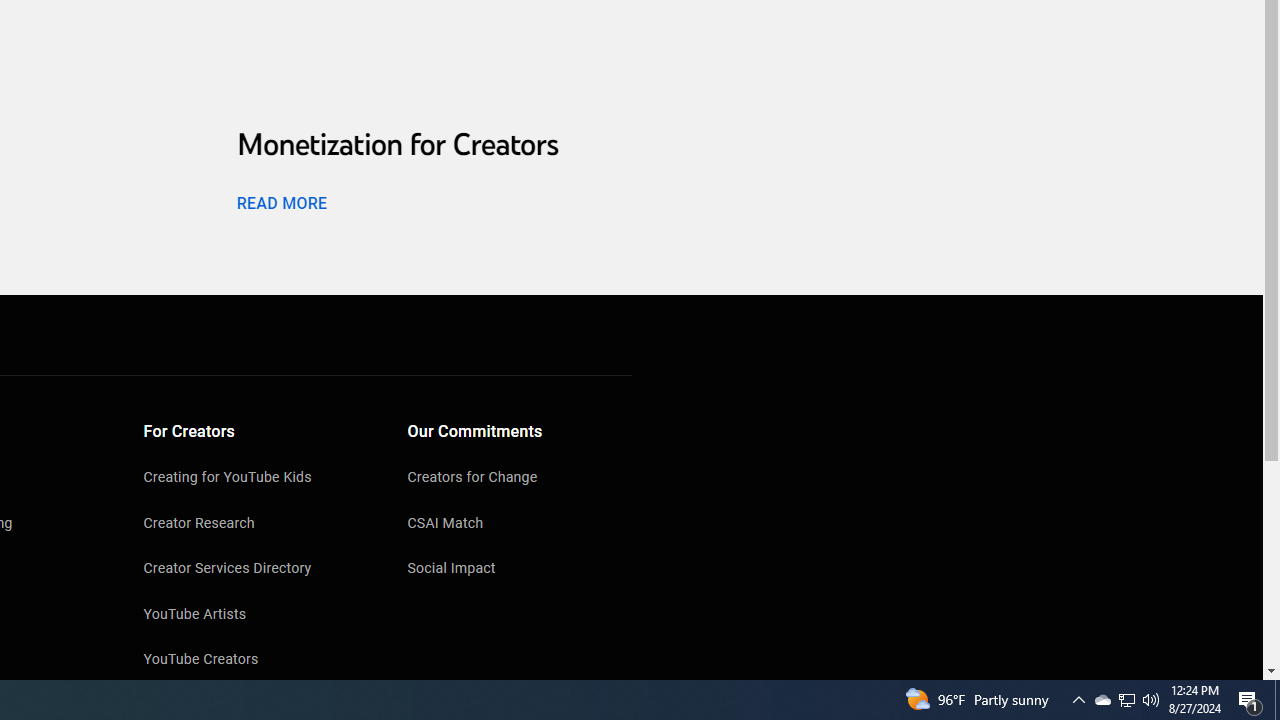 This screenshot has width=1280, height=720. I want to click on 'READ MORE', so click(280, 203).